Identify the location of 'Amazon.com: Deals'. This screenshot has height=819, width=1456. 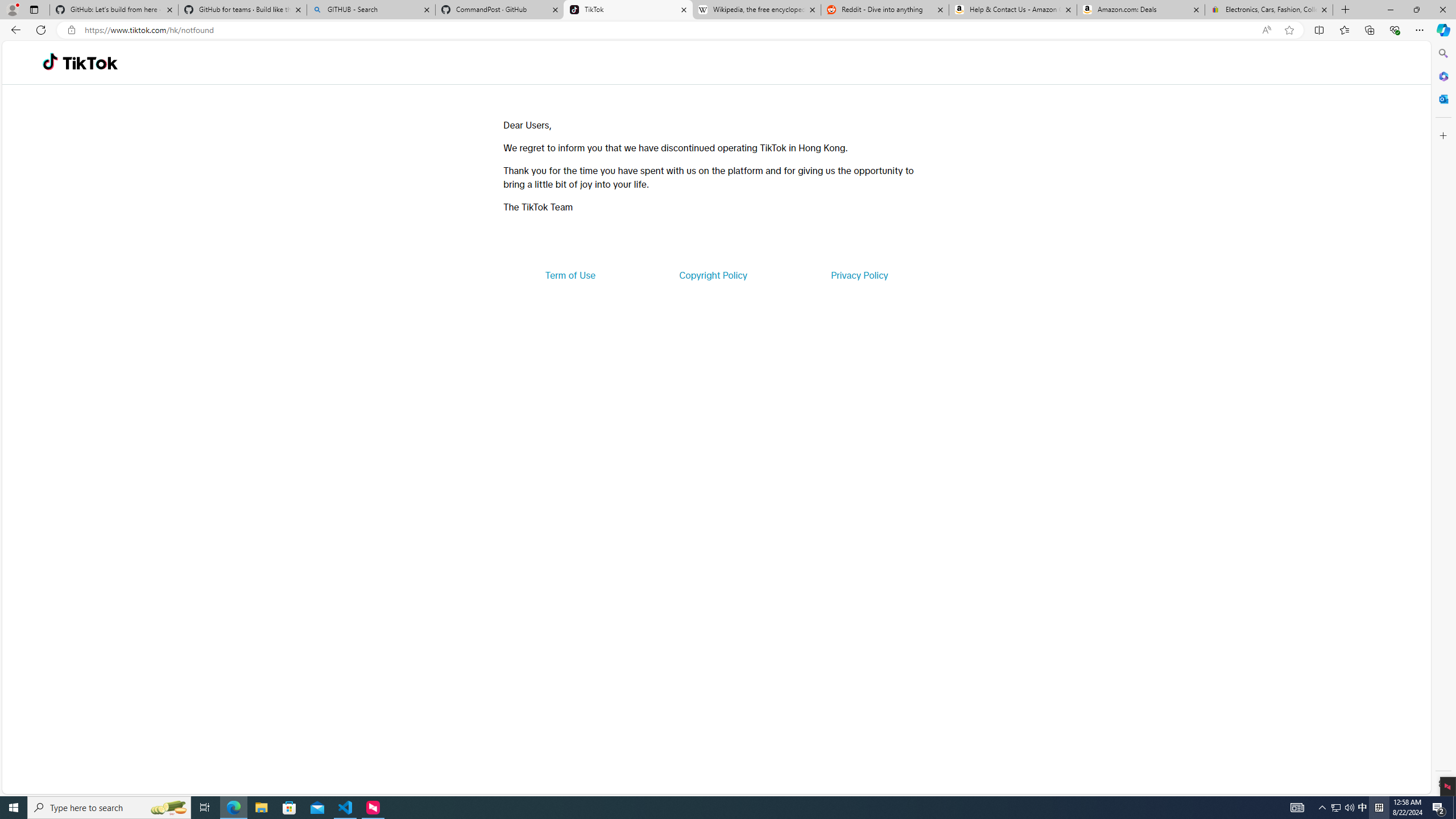
(1140, 9).